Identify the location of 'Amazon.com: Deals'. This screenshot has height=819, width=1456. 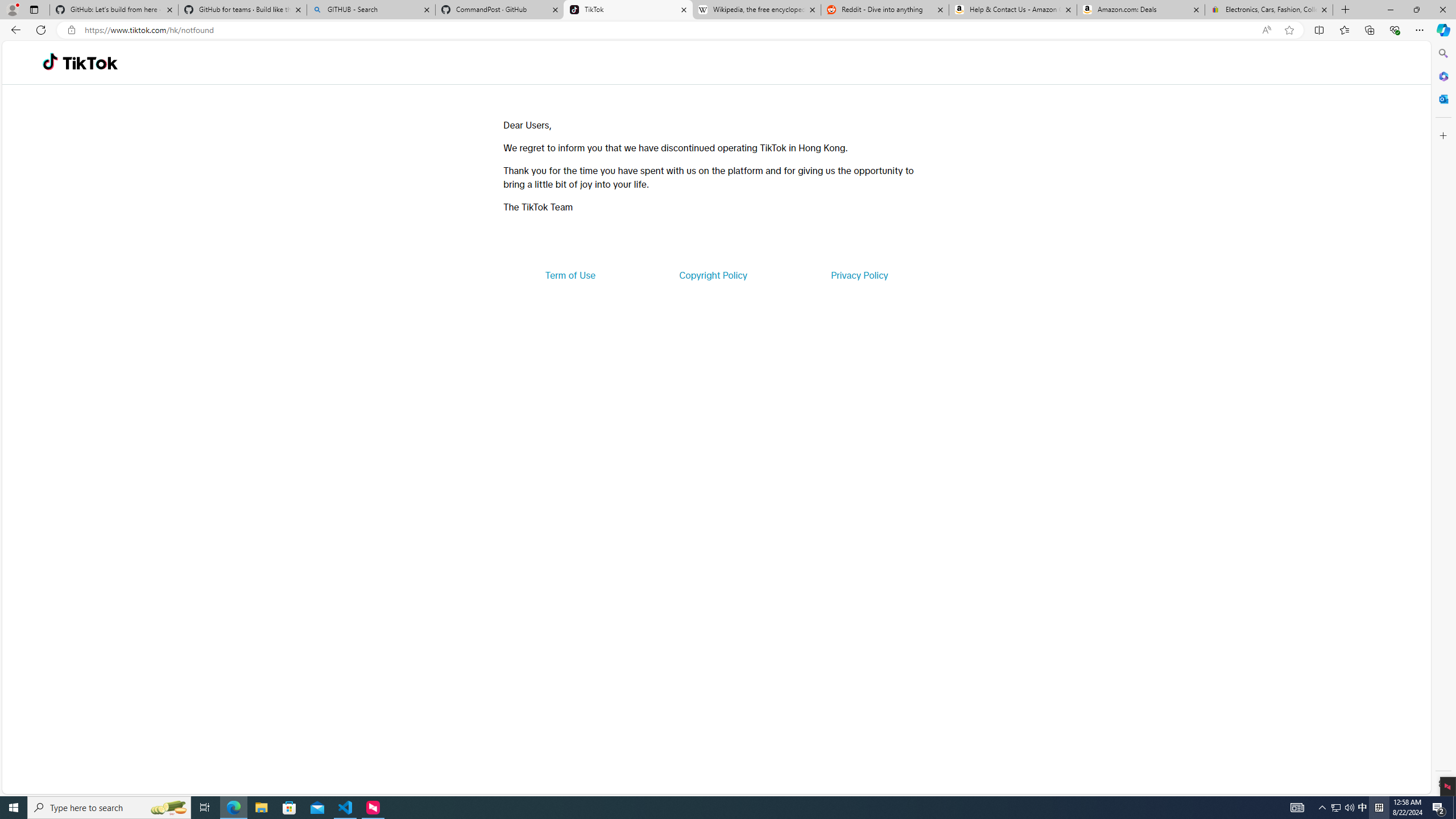
(1140, 9).